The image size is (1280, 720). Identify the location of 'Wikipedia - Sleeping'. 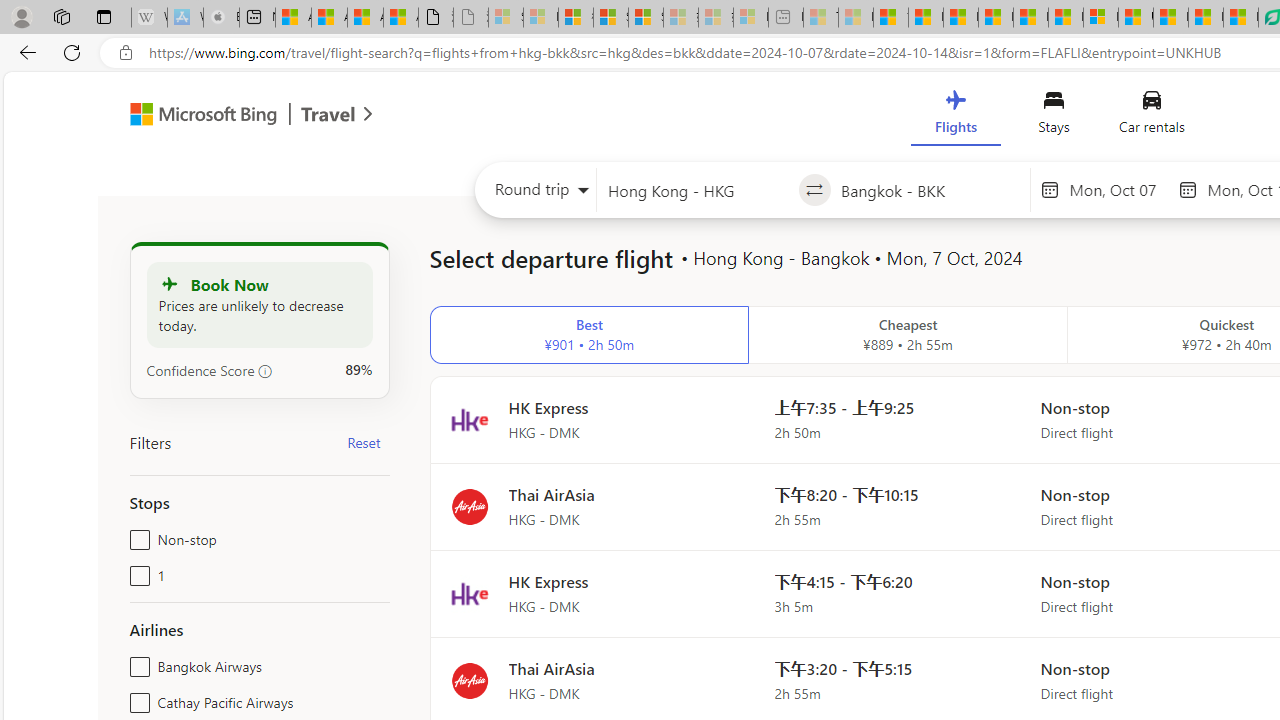
(148, 17).